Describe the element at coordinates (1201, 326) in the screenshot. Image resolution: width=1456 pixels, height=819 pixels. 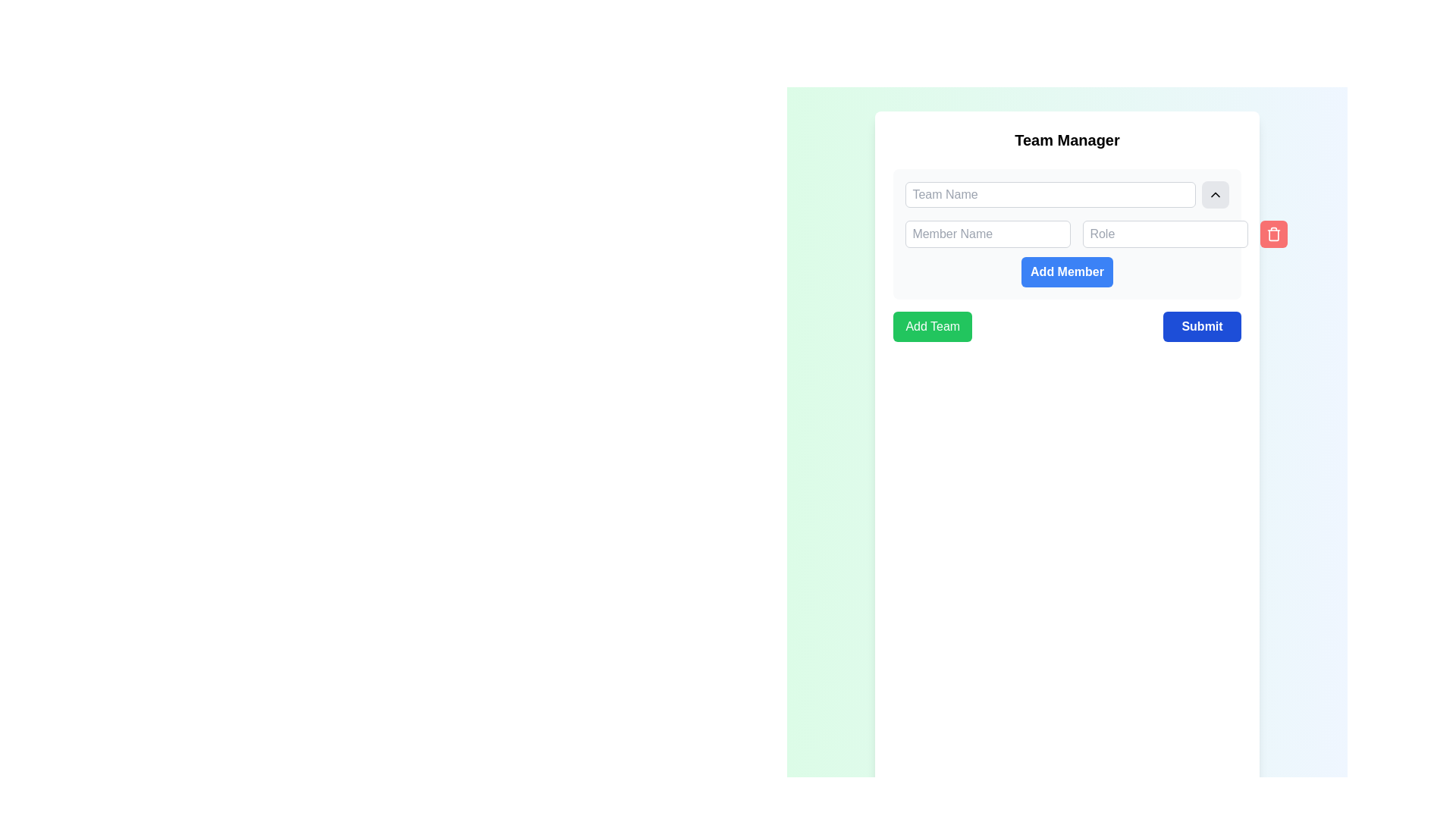
I see `the submission button located in the bottom-right corner of the 'Team Manager' card to finalize the operation or submit the data` at that location.